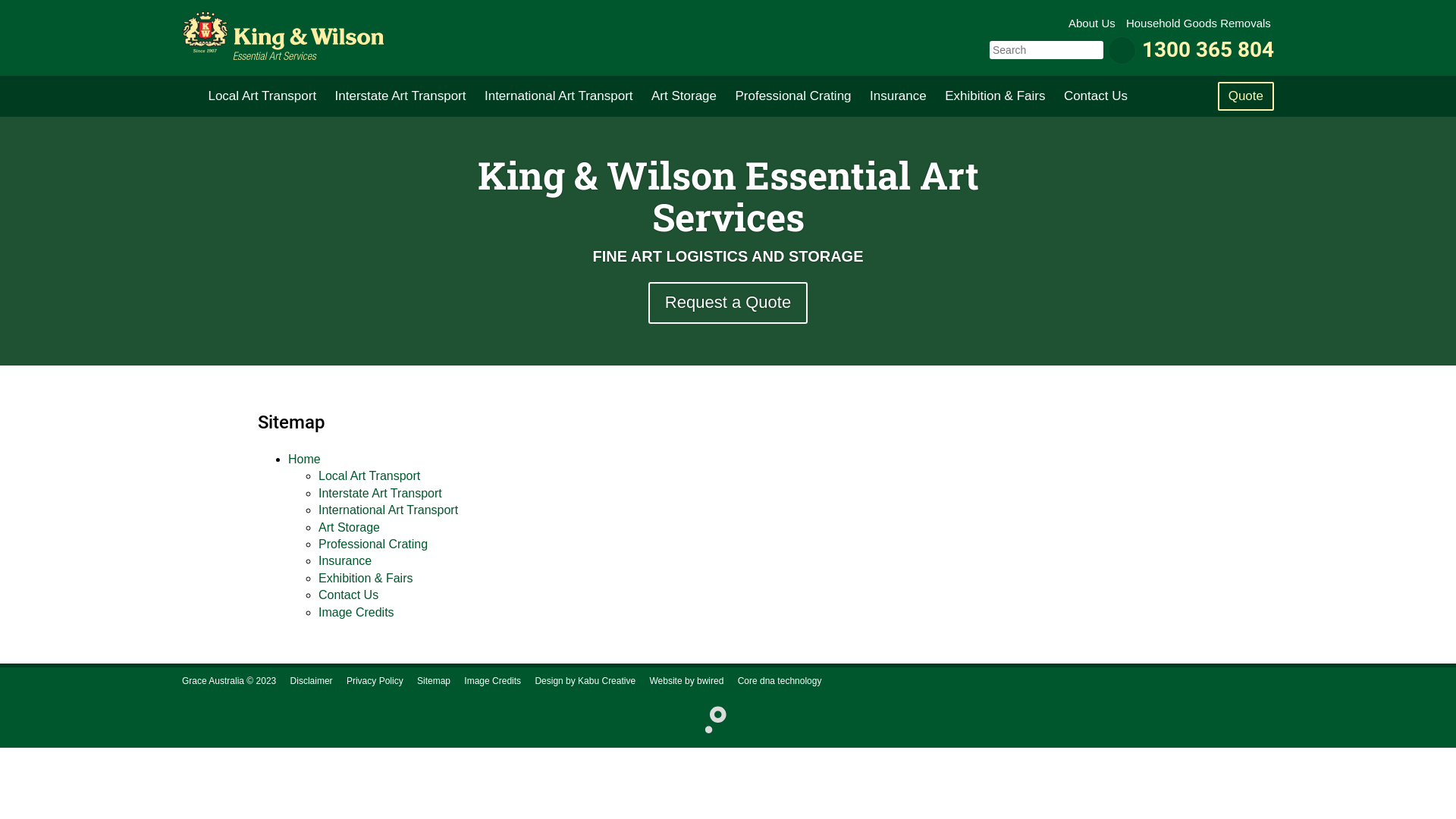  What do you see at coordinates (318, 594) in the screenshot?
I see `'Contact Us'` at bounding box center [318, 594].